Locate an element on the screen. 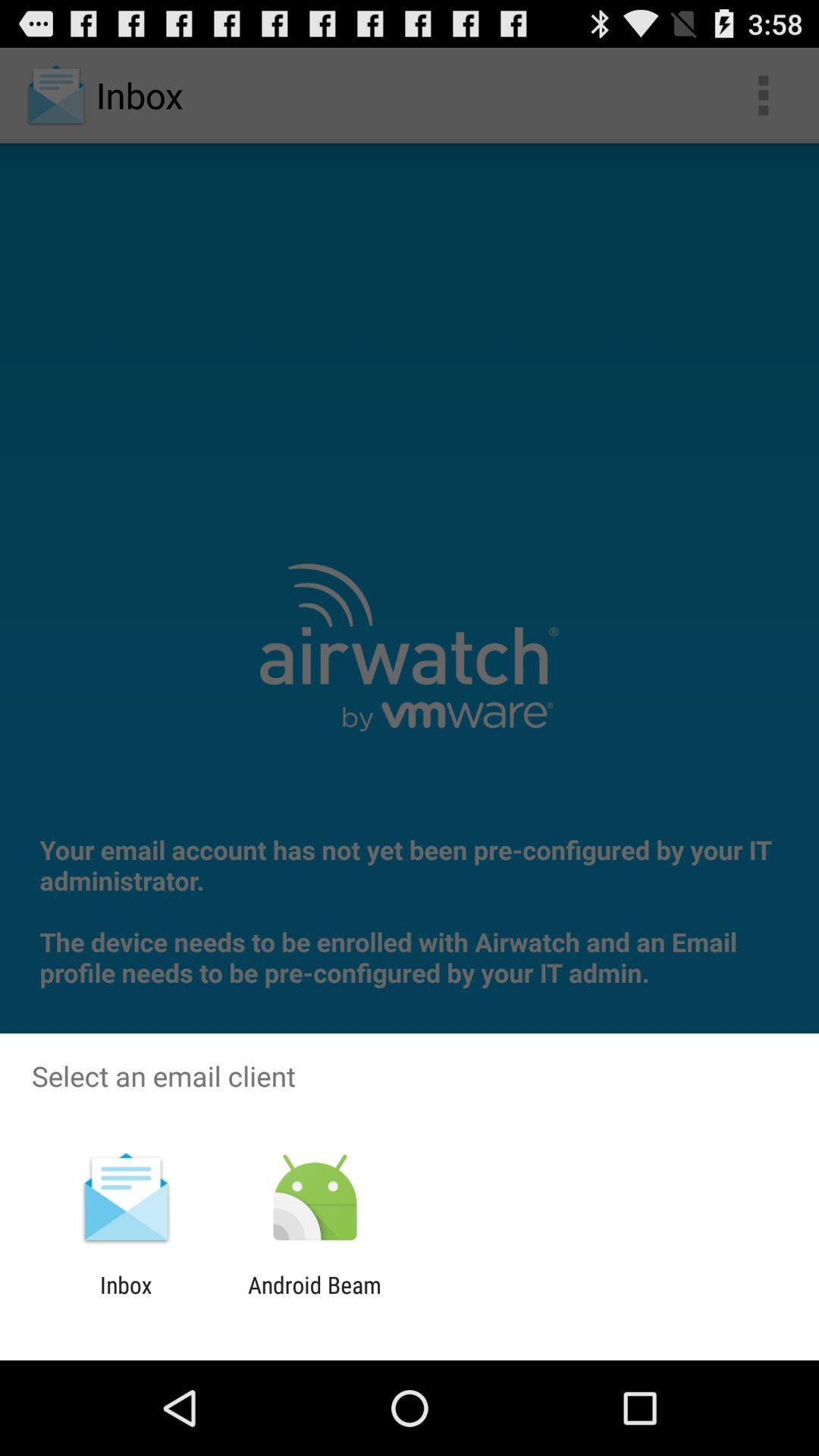 This screenshot has height=1456, width=819. android beam item is located at coordinates (314, 1298).